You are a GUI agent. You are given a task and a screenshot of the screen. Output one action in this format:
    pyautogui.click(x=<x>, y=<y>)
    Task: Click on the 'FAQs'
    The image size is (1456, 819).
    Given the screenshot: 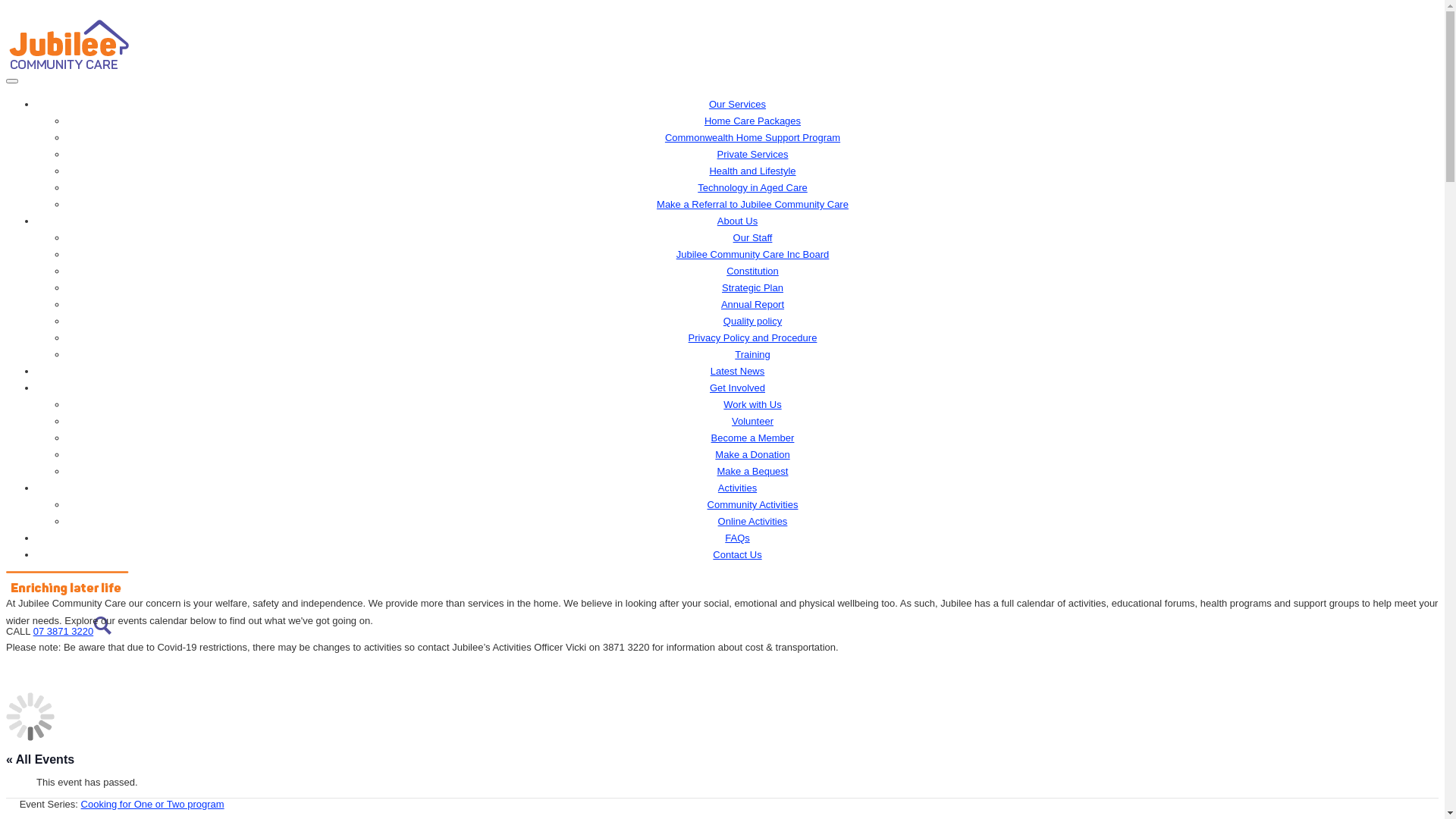 What is the action you would take?
    pyautogui.click(x=723, y=537)
    